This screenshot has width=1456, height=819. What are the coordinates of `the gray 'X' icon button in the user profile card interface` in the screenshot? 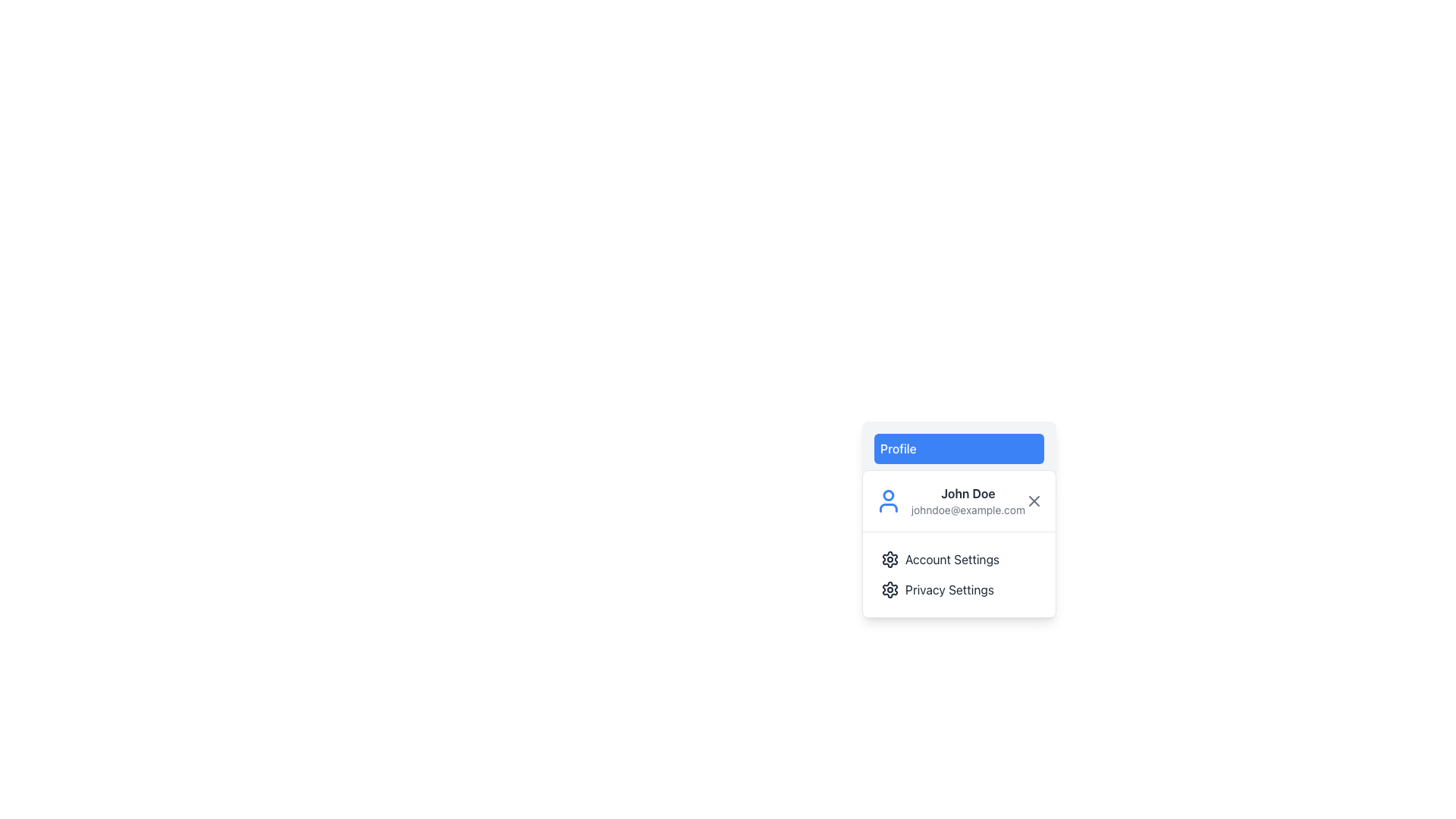 It's located at (1033, 500).